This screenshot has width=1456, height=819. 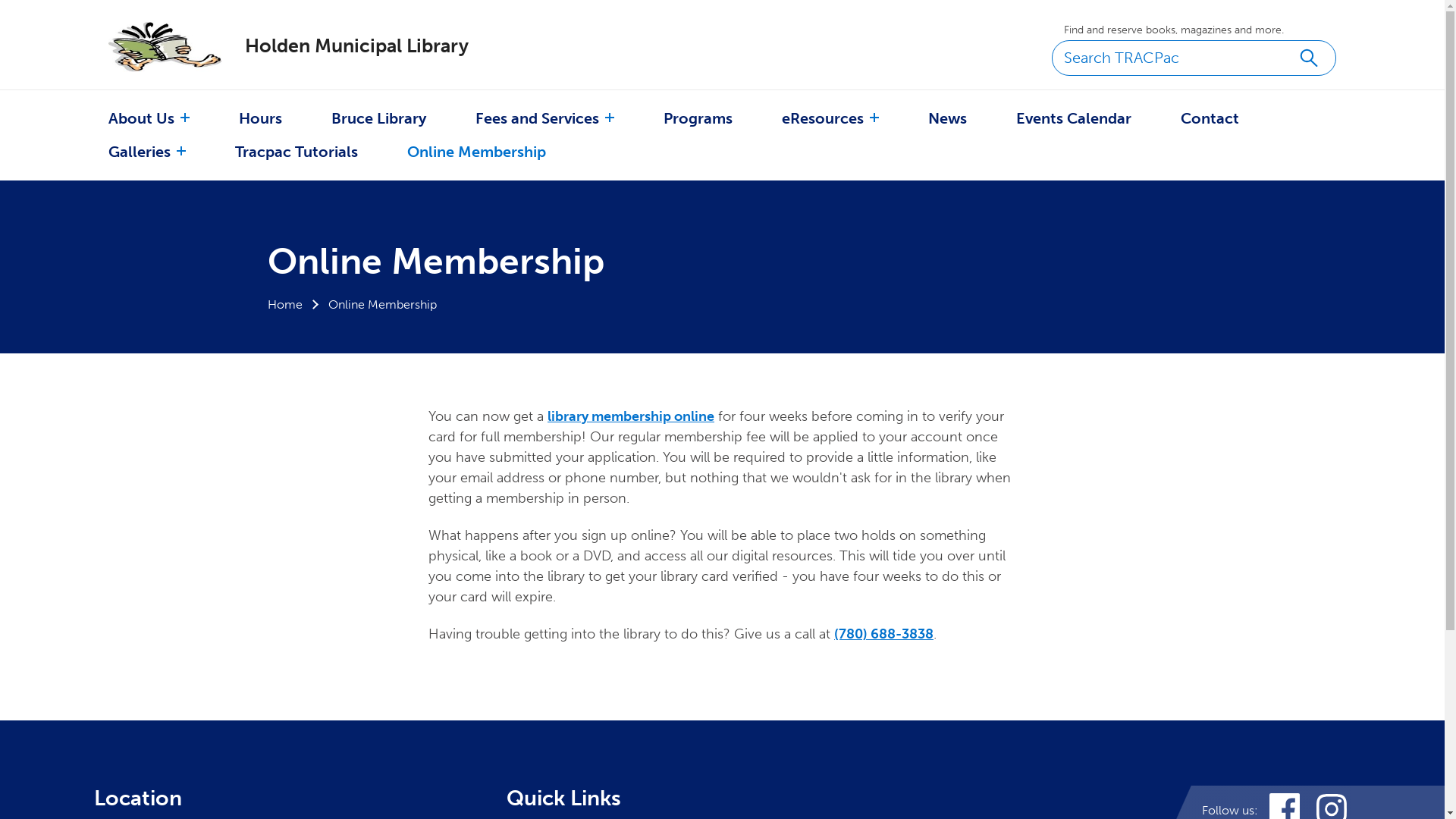 What do you see at coordinates (284, 304) in the screenshot?
I see `'Home'` at bounding box center [284, 304].